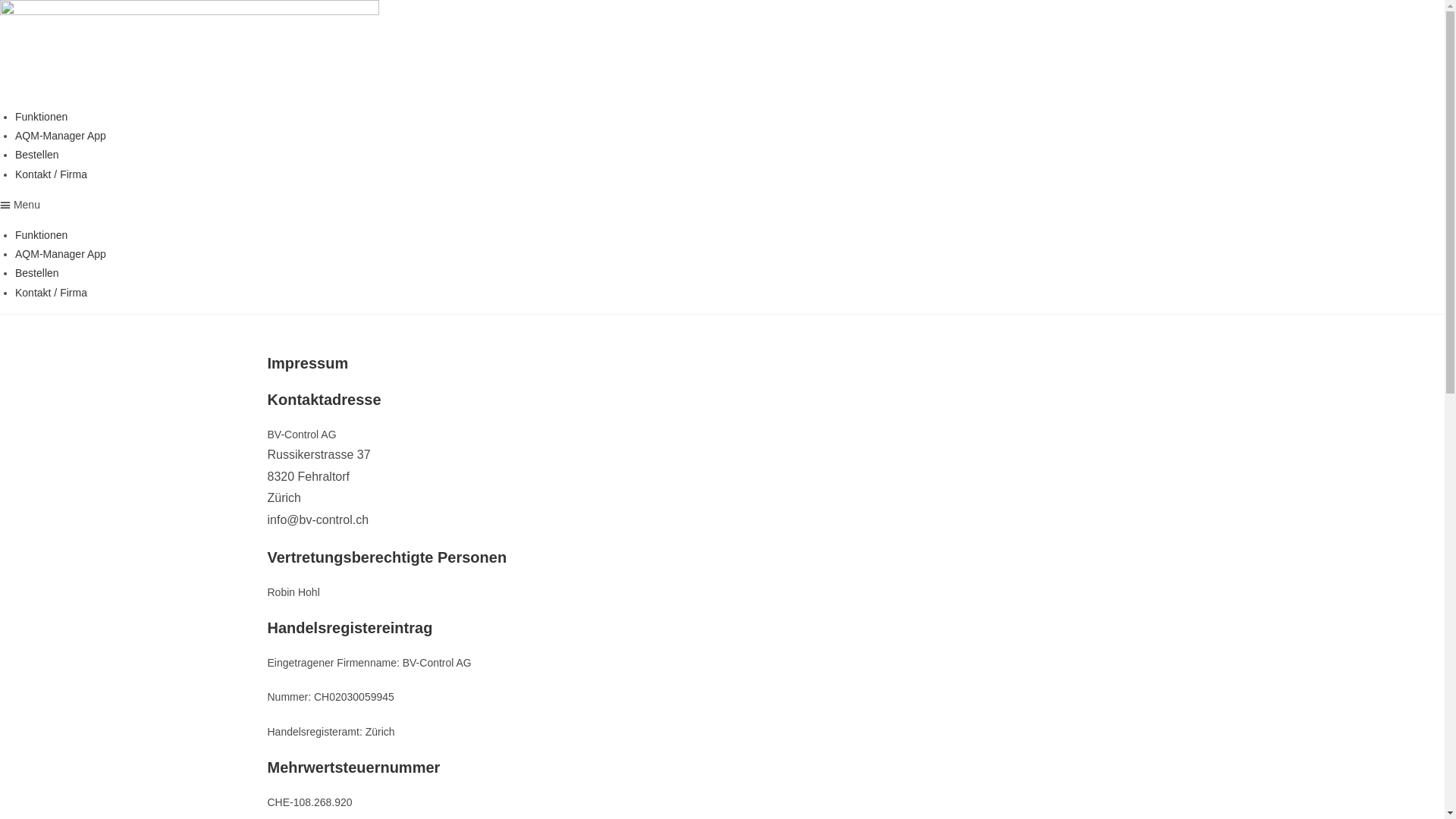  I want to click on 'Kontakt / Firma', so click(14, 292).